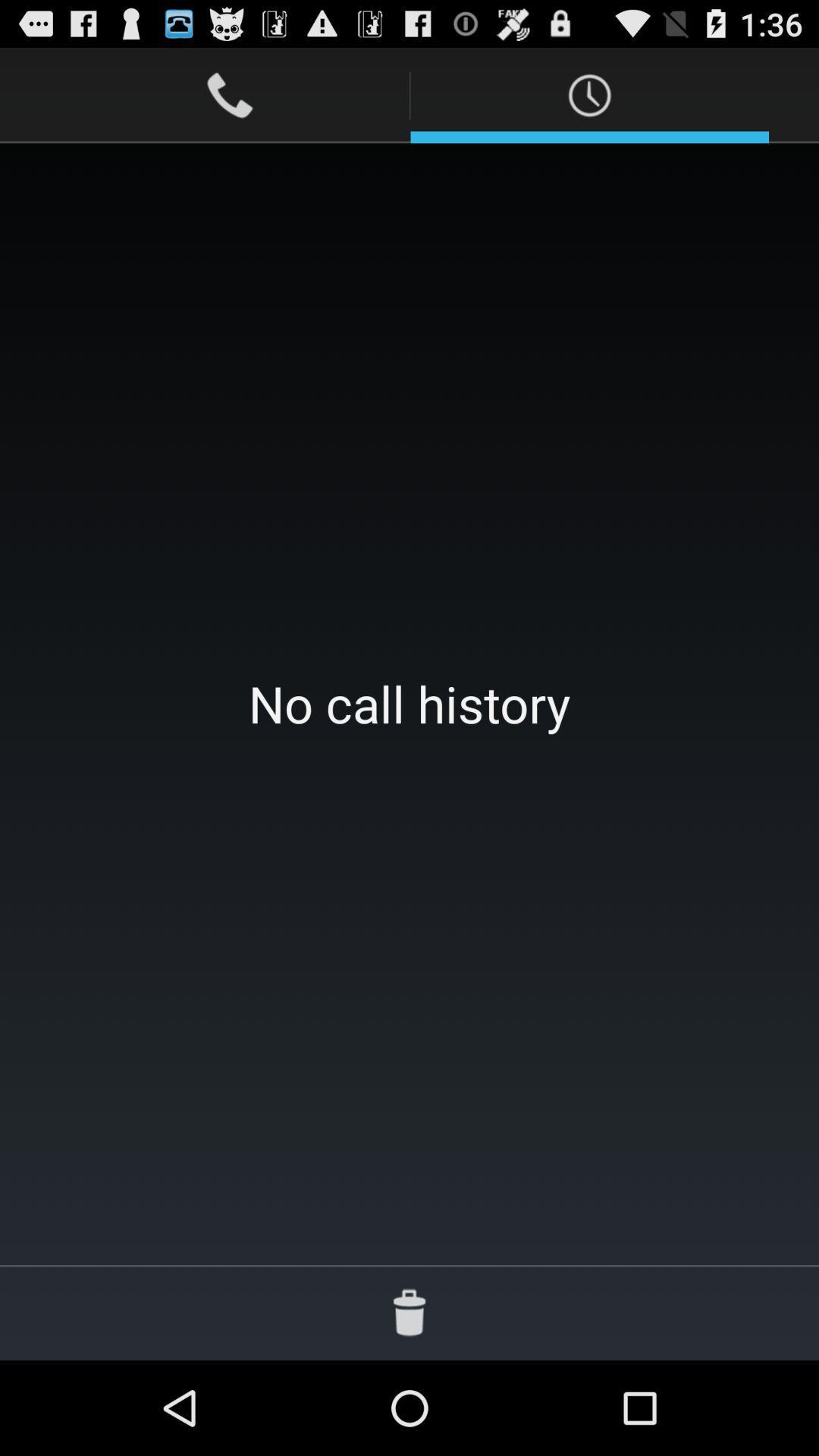 The width and height of the screenshot is (819, 1456). I want to click on the icon at the bottom, so click(409, 1312).